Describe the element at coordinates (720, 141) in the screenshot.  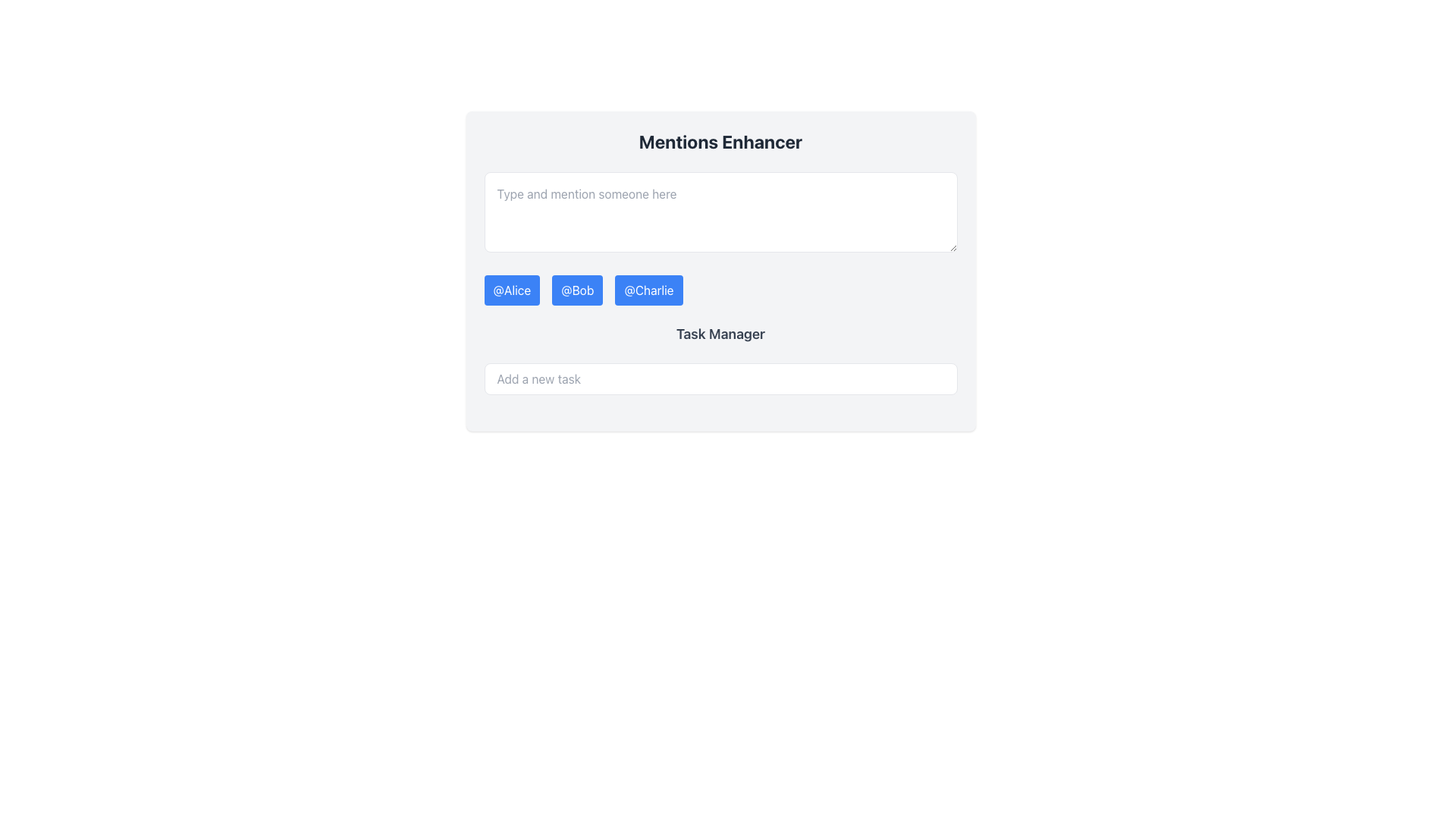
I see `the 'Mentions Enhancer' text element, which is displayed in bold, large font and dark gray color at the top of a white panel with rounded corners` at that location.